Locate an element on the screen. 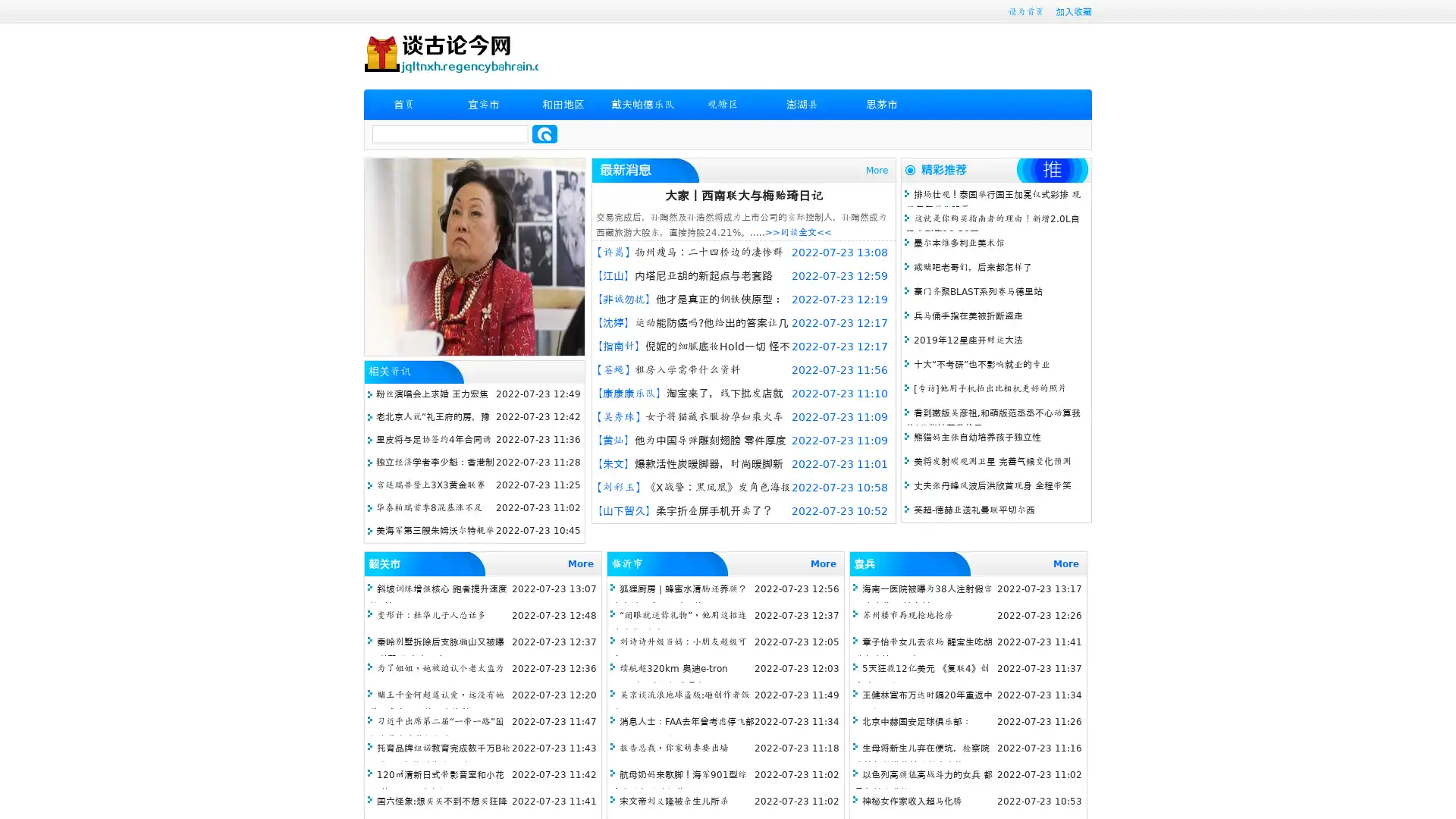 This screenshot has width=1456, height=819. Search is located at coordinates (544, 133).